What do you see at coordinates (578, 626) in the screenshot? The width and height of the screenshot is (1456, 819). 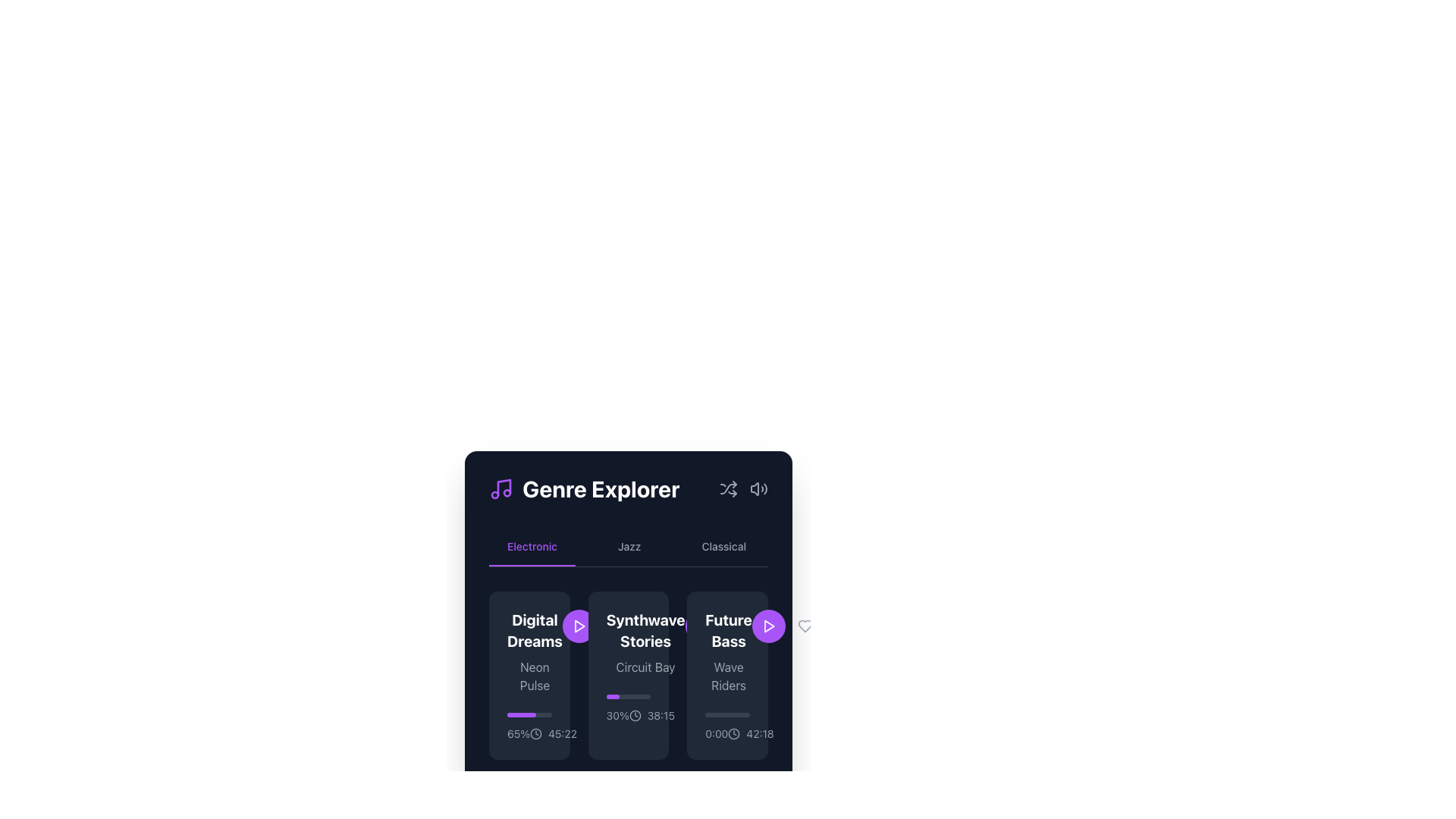 I see `the circular purple button containing a white triangular play icon to observe its hover effect` at bounding box center [578, 626].